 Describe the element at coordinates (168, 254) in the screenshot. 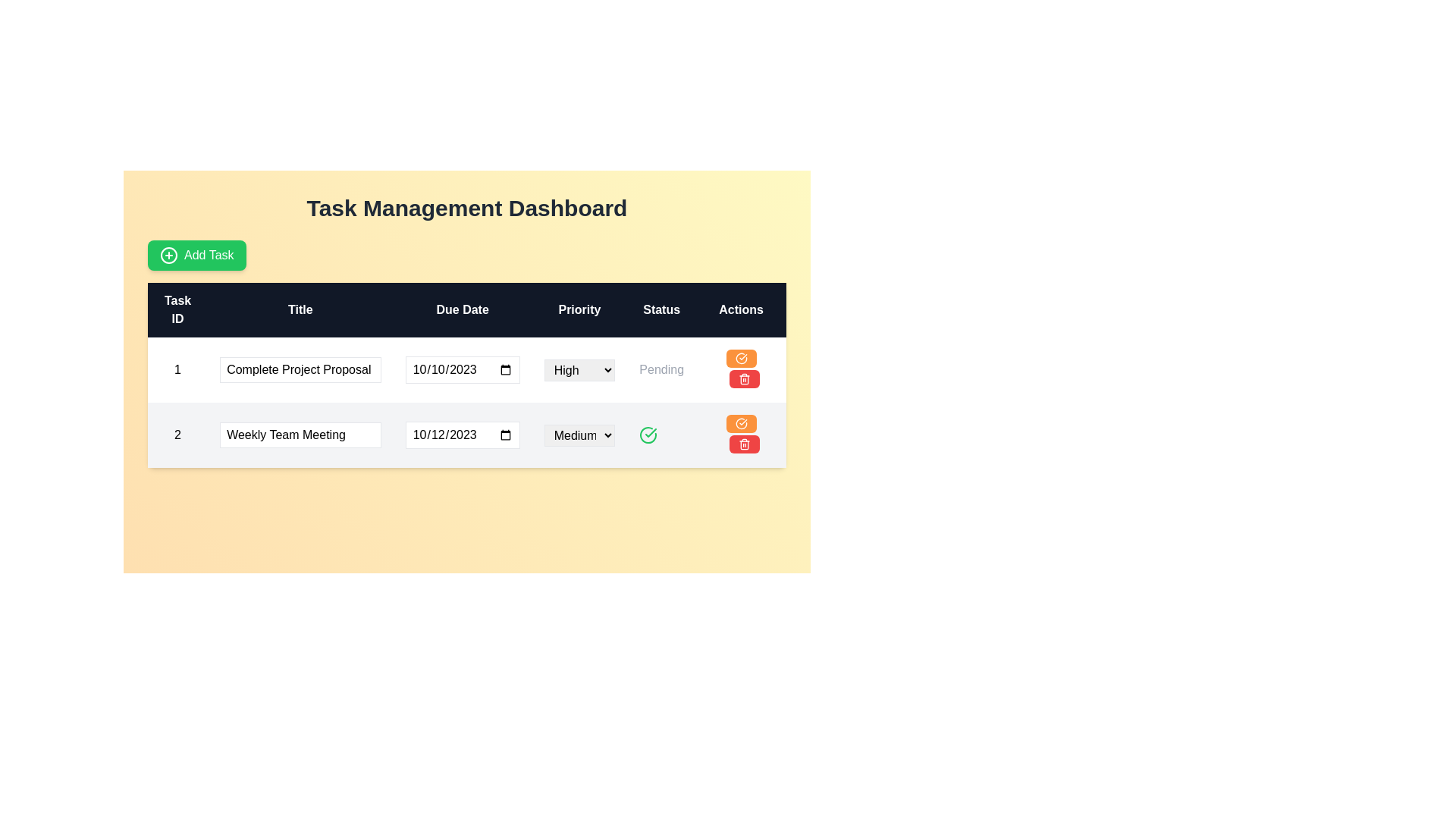

I see `the Icon representing the 'Add Task' button located in the upper-left corner of the interface, positioned to the left of the button's text` at that location.